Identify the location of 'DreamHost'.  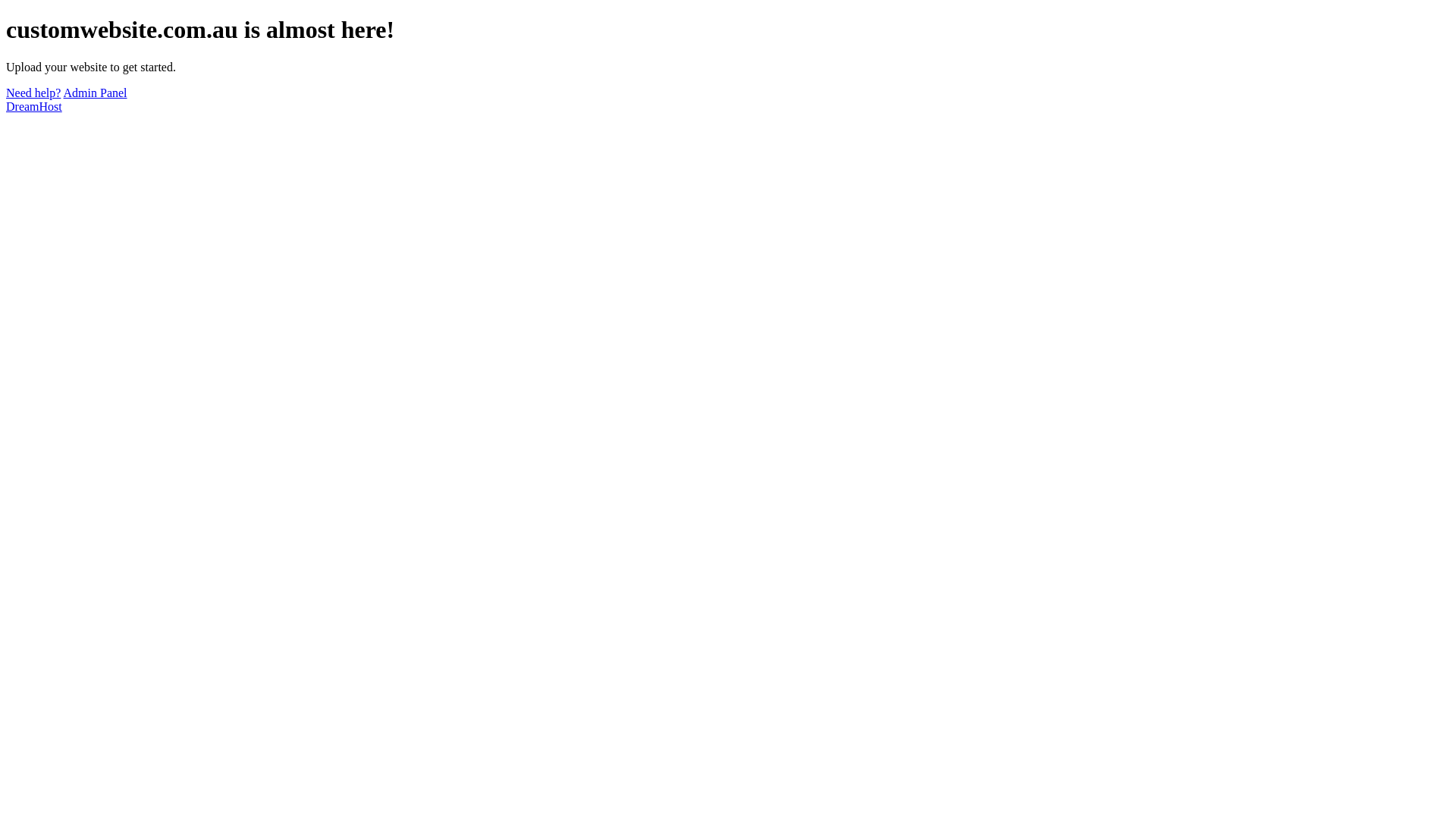
(6, 105).